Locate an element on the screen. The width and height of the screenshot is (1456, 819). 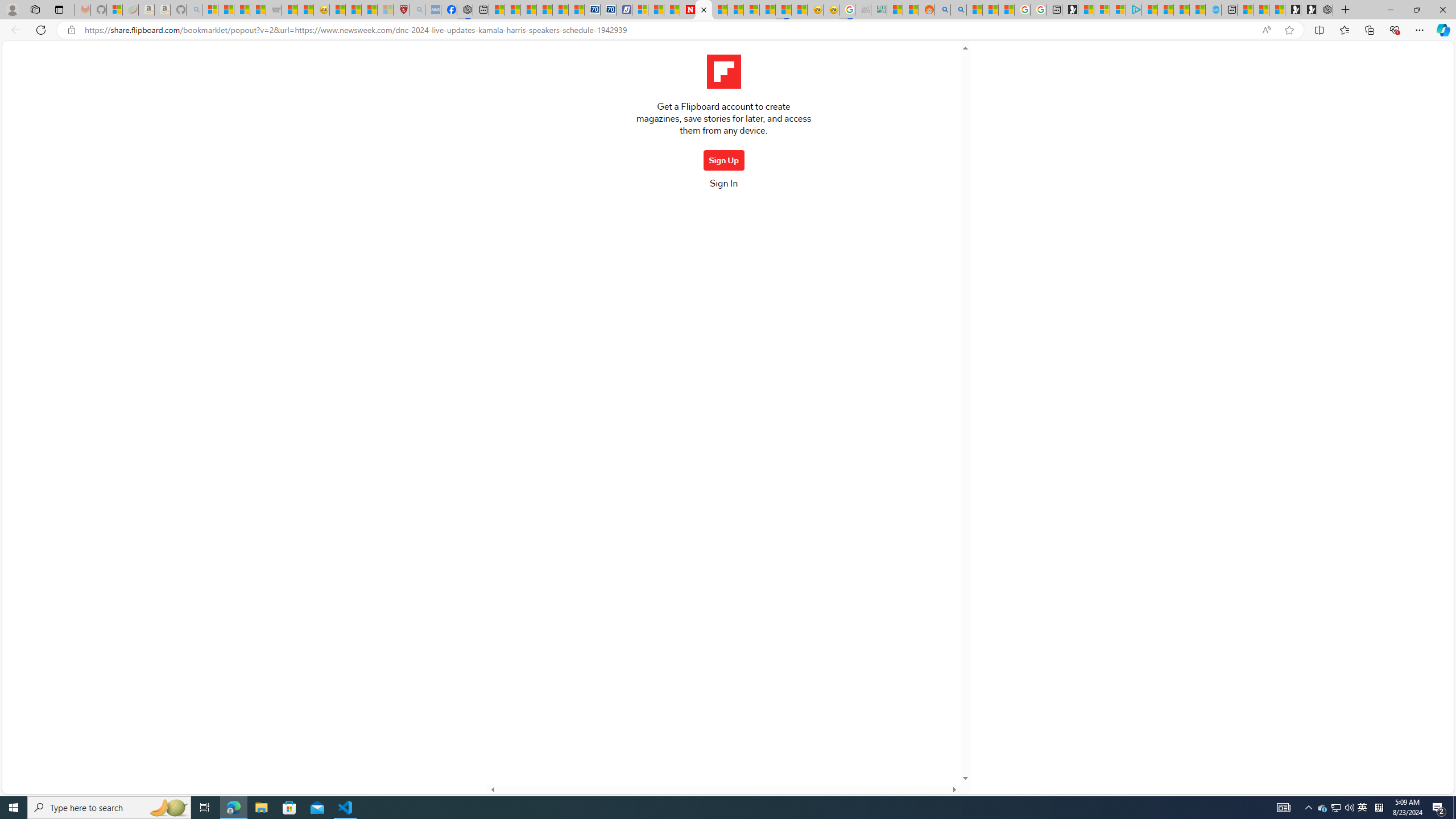
'Cheap Hotels - Save70.com' is located at coordinates (608, 9).